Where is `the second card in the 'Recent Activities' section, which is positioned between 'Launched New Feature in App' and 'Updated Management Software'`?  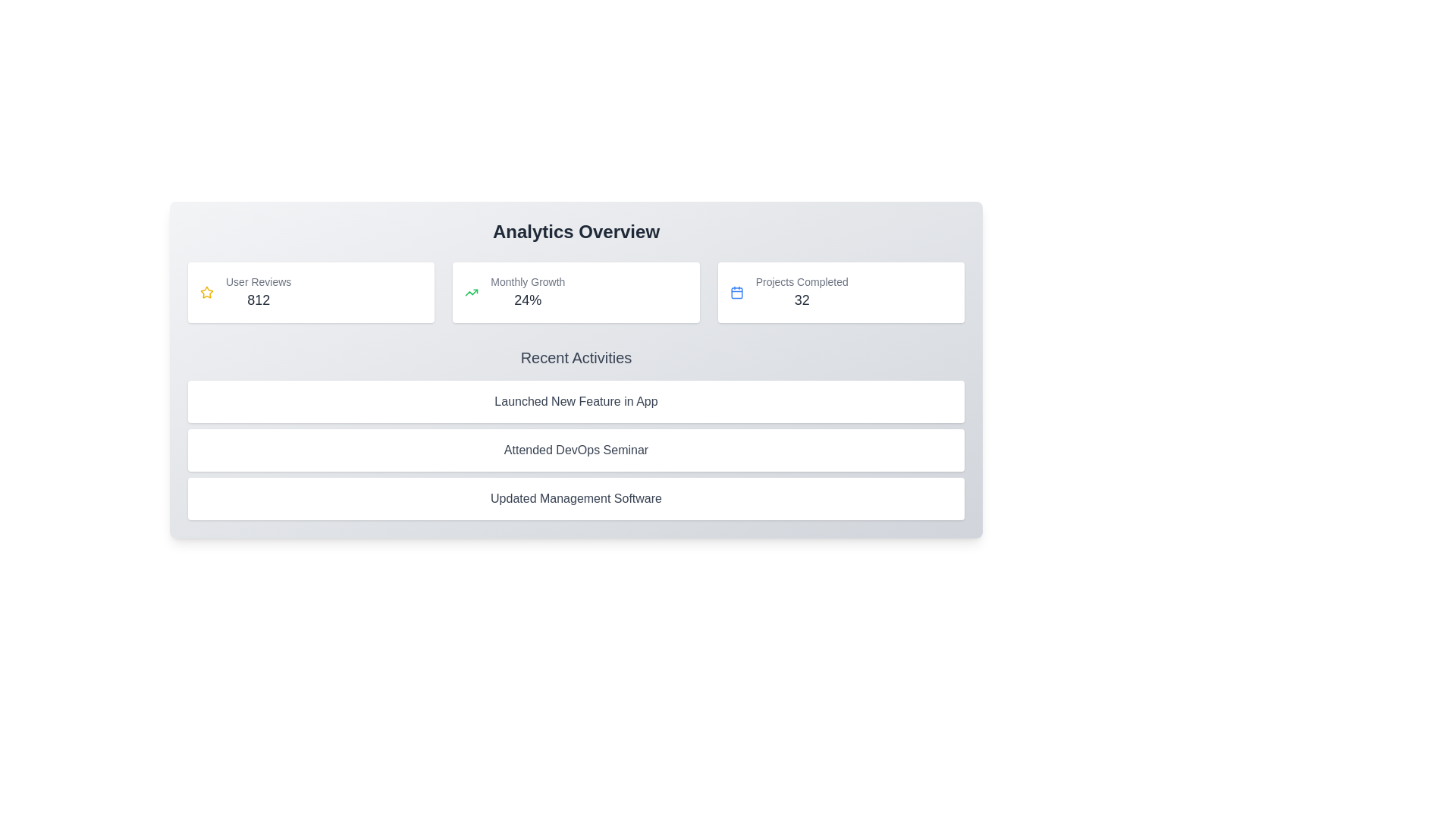 the second card in the 'Recent Activities' section, which is positioned between 'Launched New Feature in App' and 'Updated Management Software' is located at coordinates (575, 450).